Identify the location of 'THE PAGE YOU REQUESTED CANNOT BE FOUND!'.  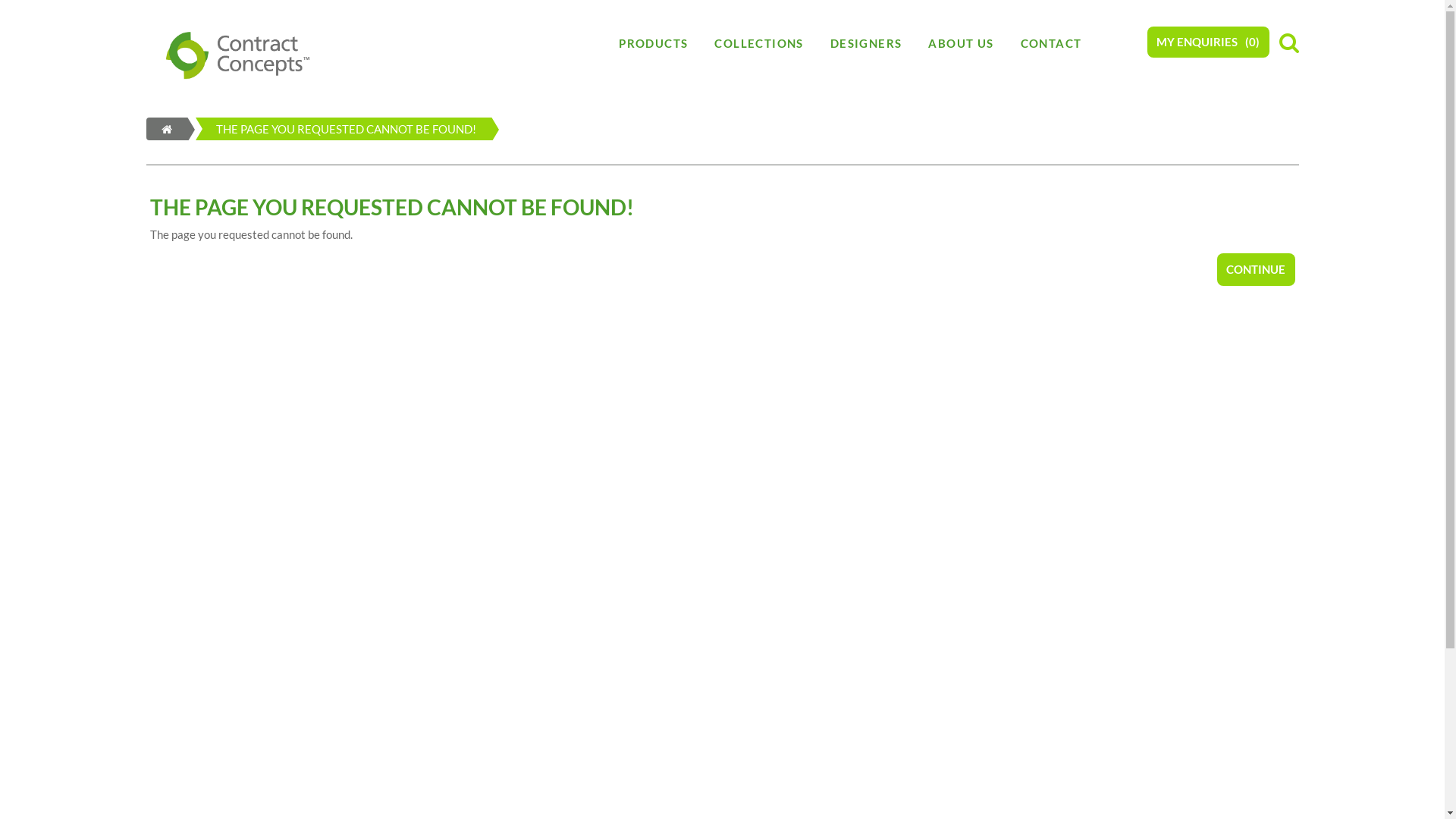
(324, 127).